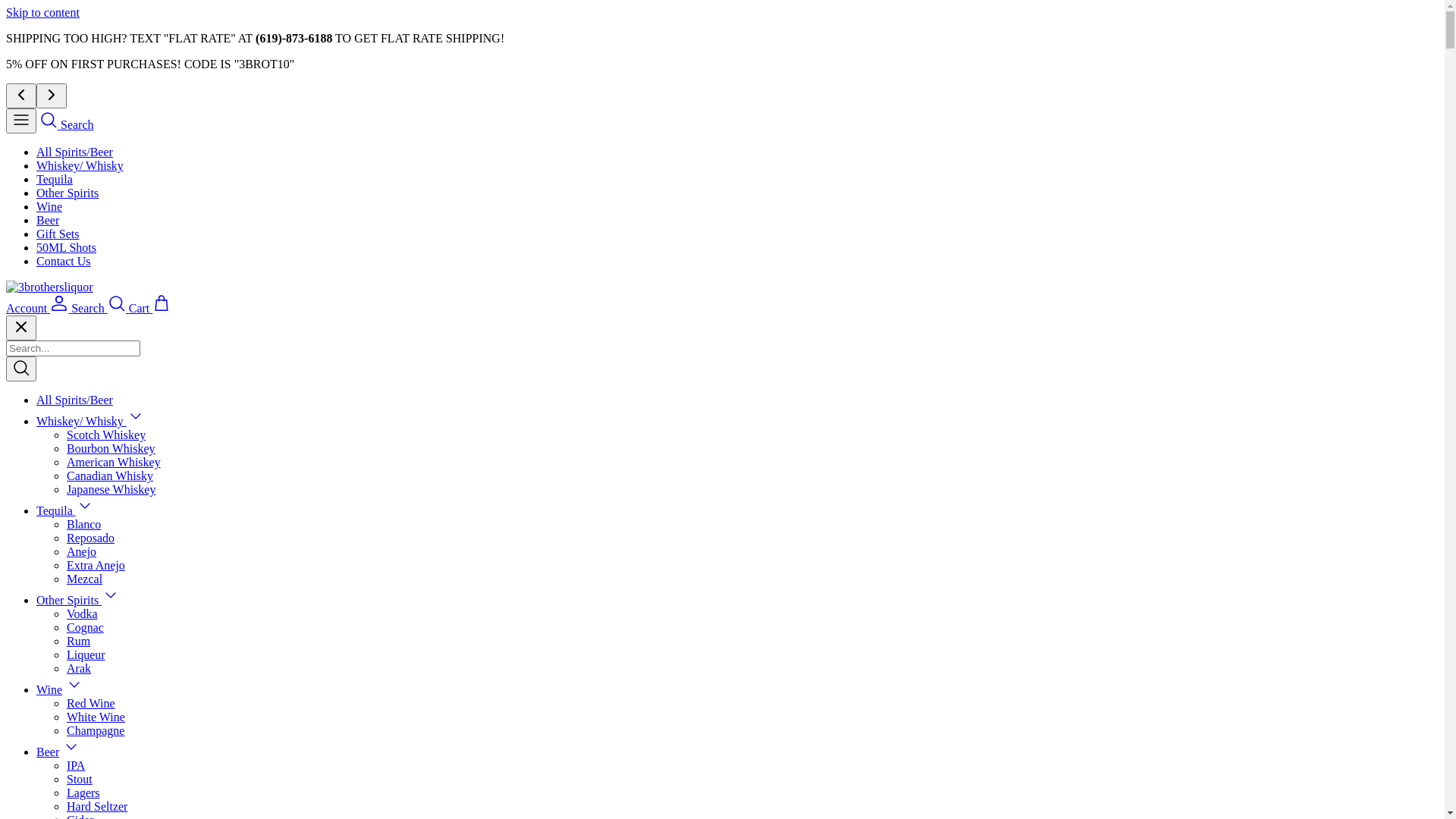  I want to click on 'Anejo', so click(80, 551).